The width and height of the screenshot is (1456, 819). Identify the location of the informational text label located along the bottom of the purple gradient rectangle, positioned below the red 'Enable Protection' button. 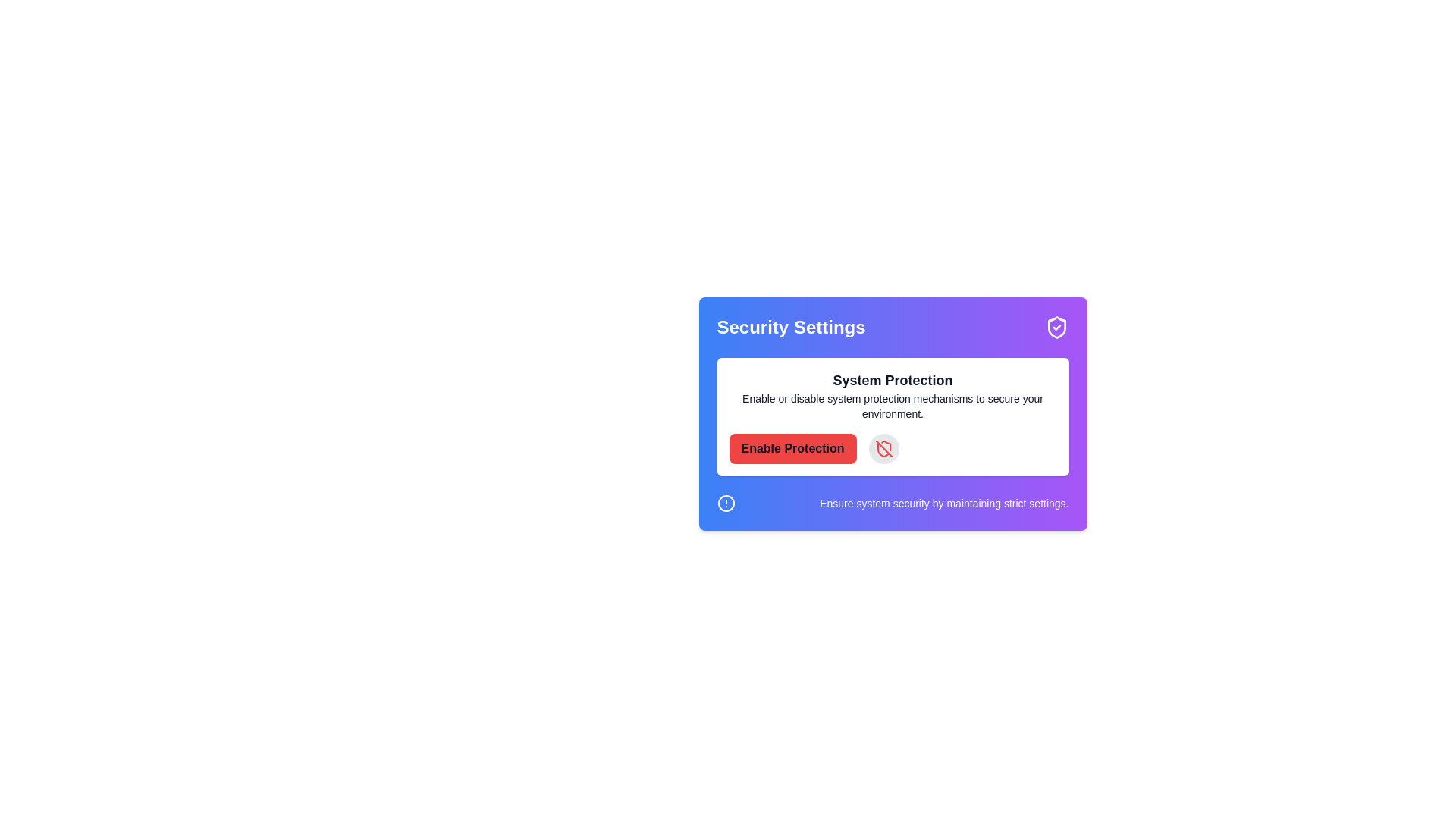
(943, 503).